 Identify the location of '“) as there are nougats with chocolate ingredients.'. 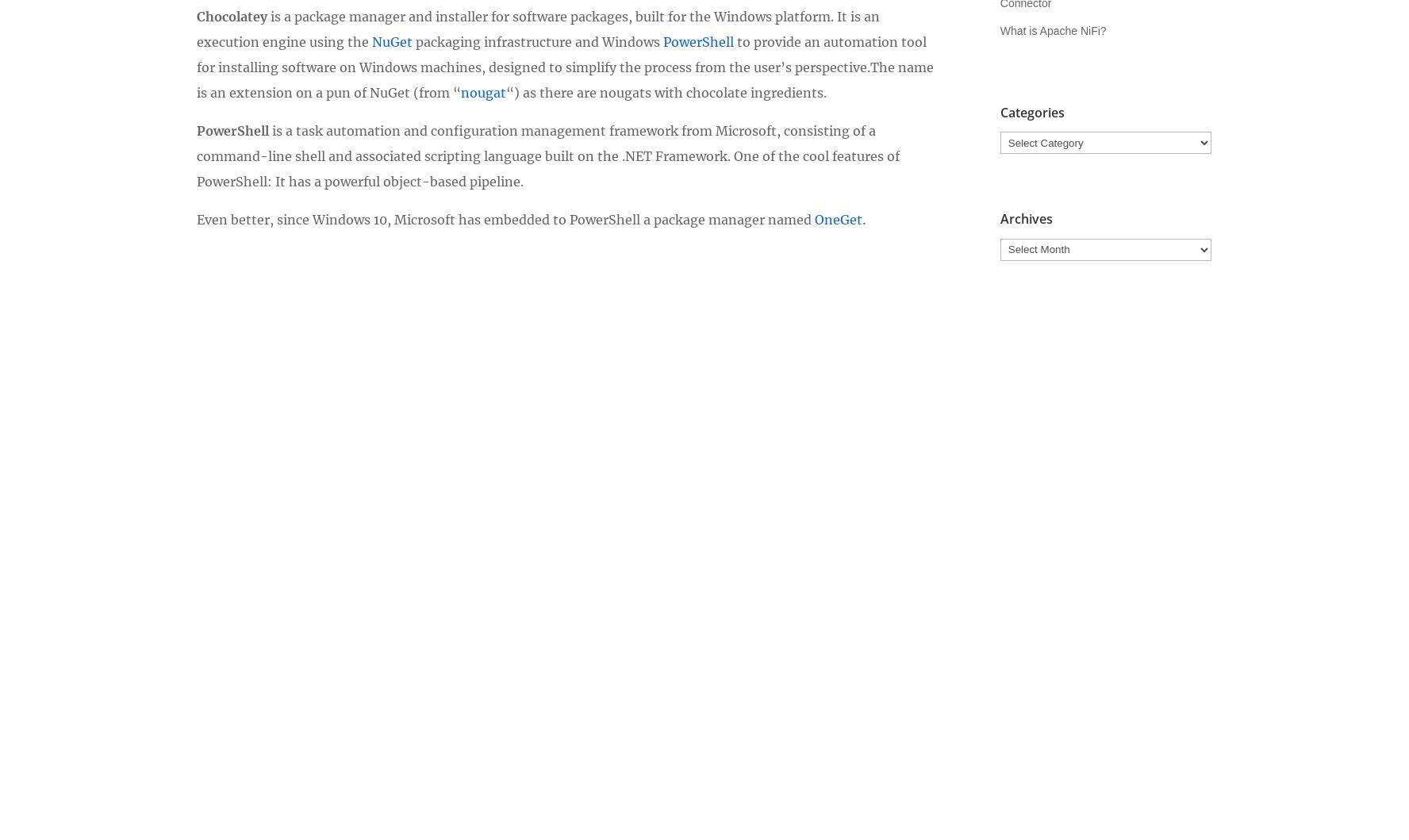
(666, 90).